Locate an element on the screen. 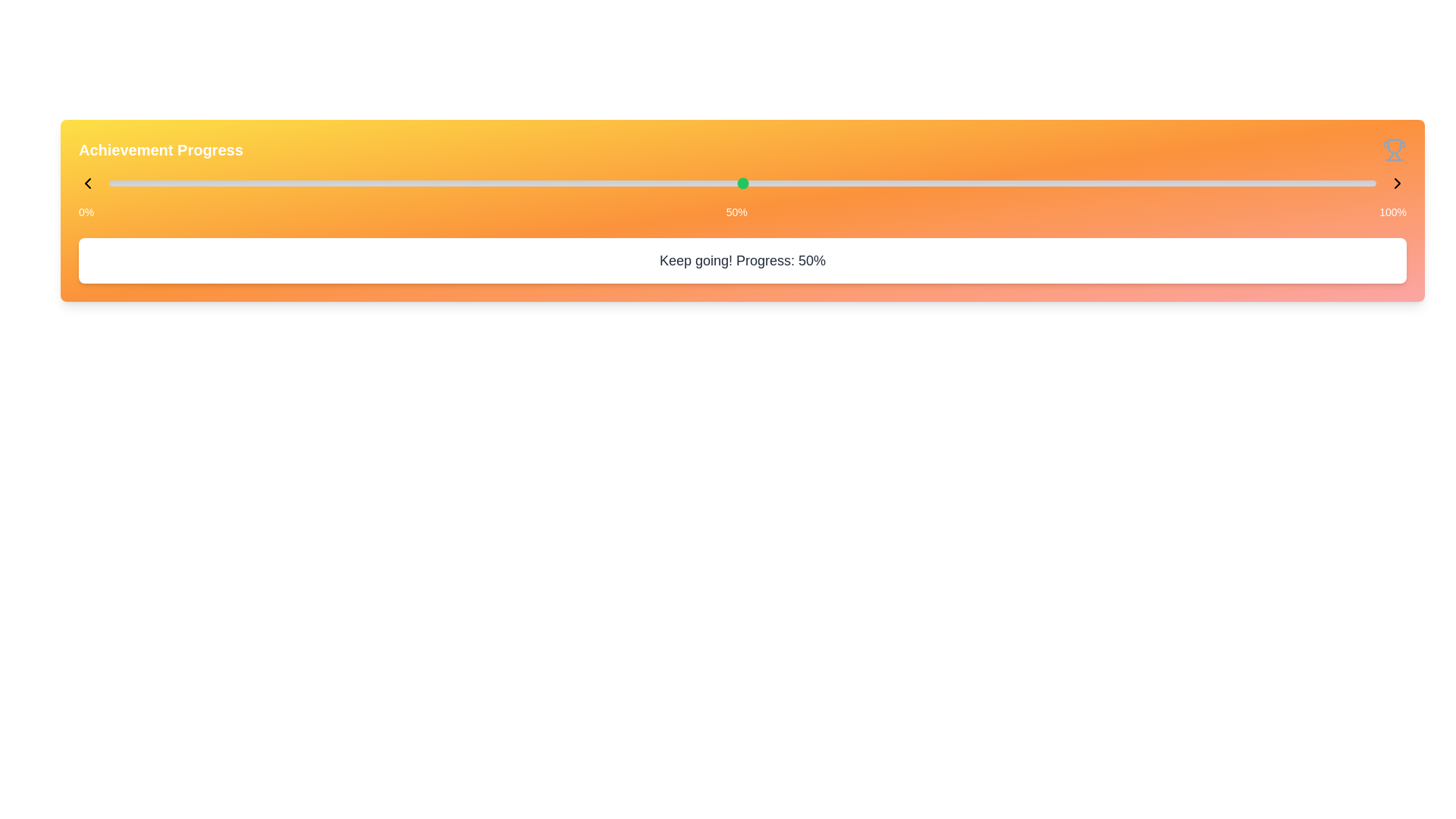 This screenshot has width=1456, height=819. the Text Label that denotes the progress tracker section, positioned to the far left of the horizontal orange gradient bar, for reading is located at coordinates (161, 149).